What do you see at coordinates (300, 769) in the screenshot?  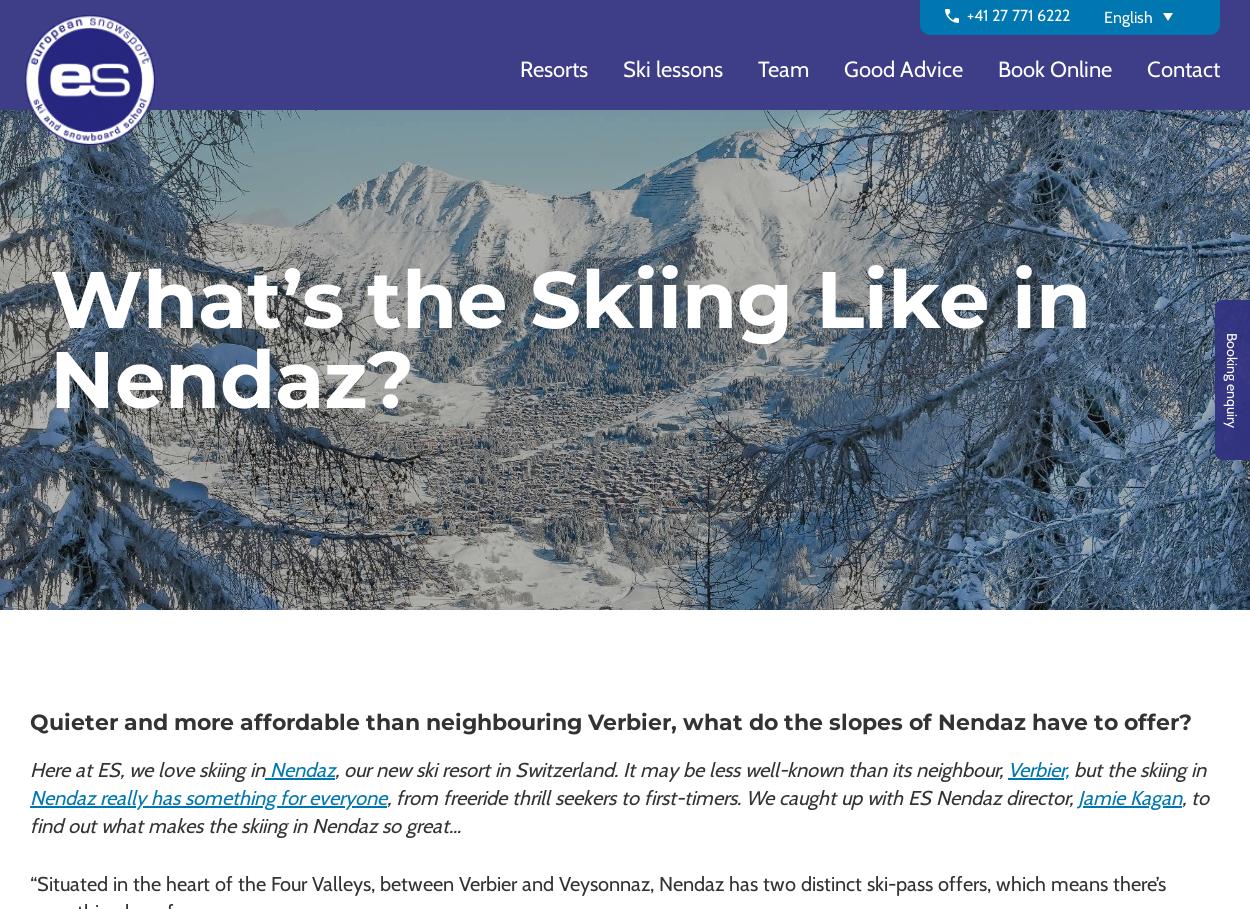 I see `'Nendaz'` at bounding box center [300, 769].